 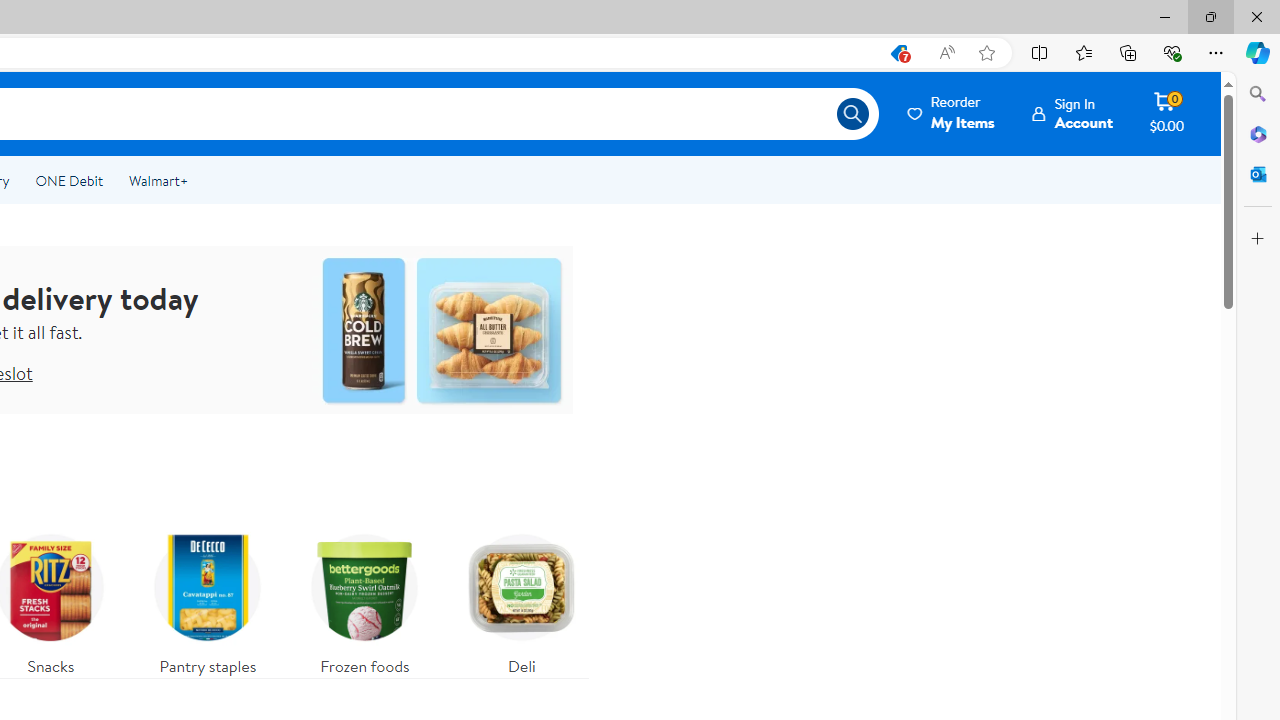 I want to click on 'Pantry staples', so click(x=208, y=598).